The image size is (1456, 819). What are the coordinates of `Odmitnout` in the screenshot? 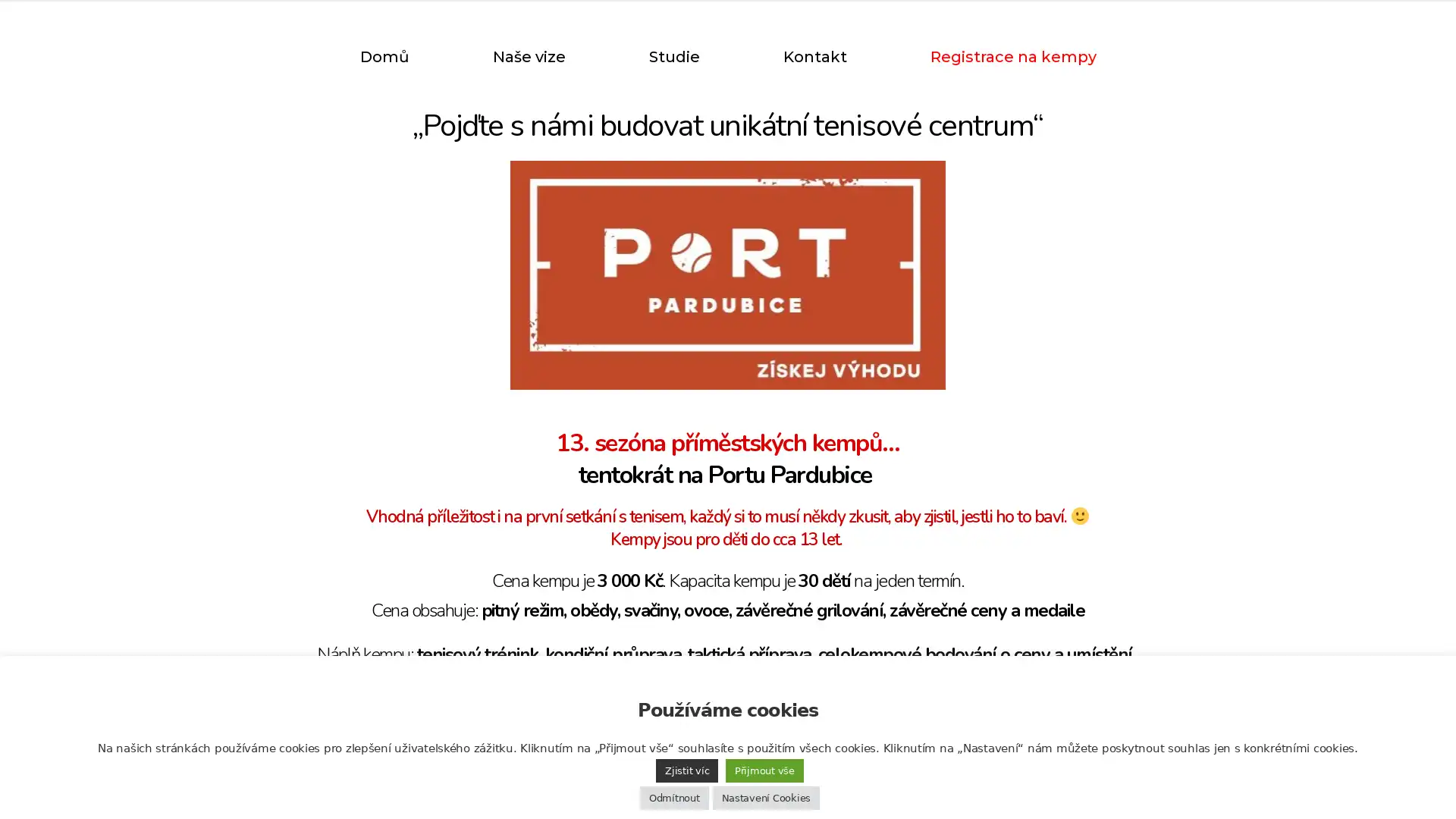 It's located at (673, 797).